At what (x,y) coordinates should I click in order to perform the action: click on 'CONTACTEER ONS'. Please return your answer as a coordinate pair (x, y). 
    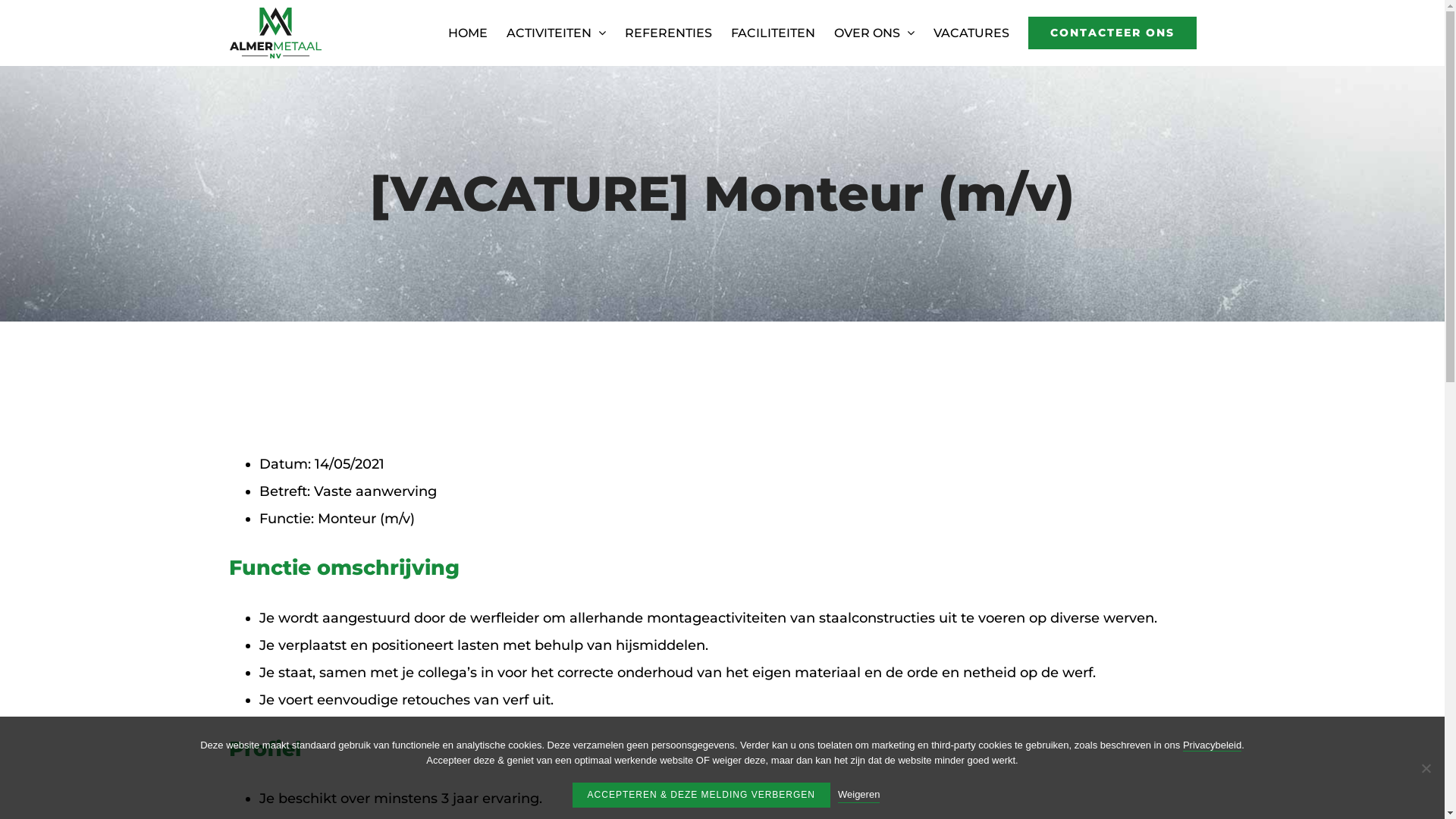
    Looking at the image, I should click on (1112, 33).